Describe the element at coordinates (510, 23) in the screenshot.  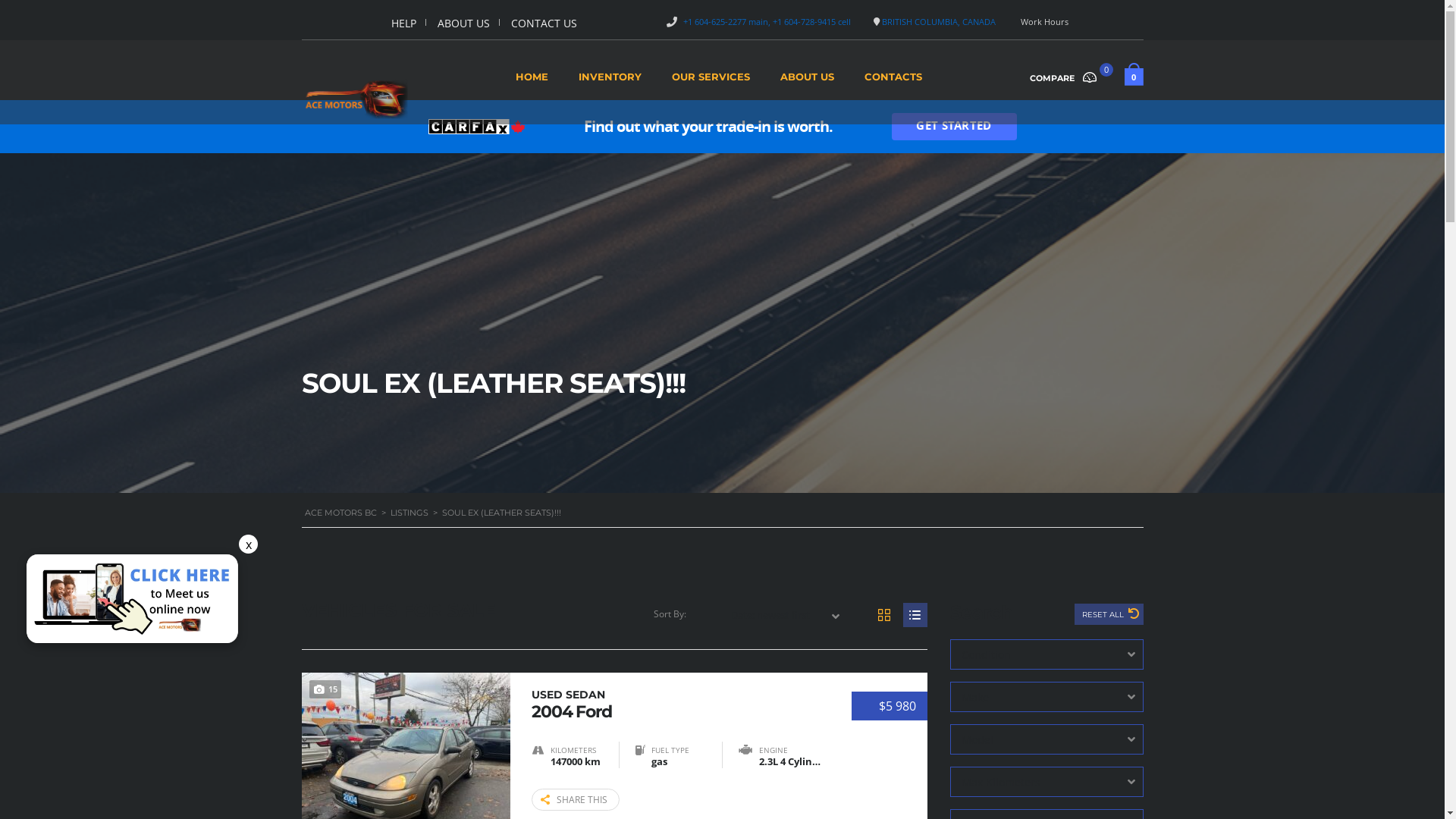
I see `'CONTACT US'` at that location.